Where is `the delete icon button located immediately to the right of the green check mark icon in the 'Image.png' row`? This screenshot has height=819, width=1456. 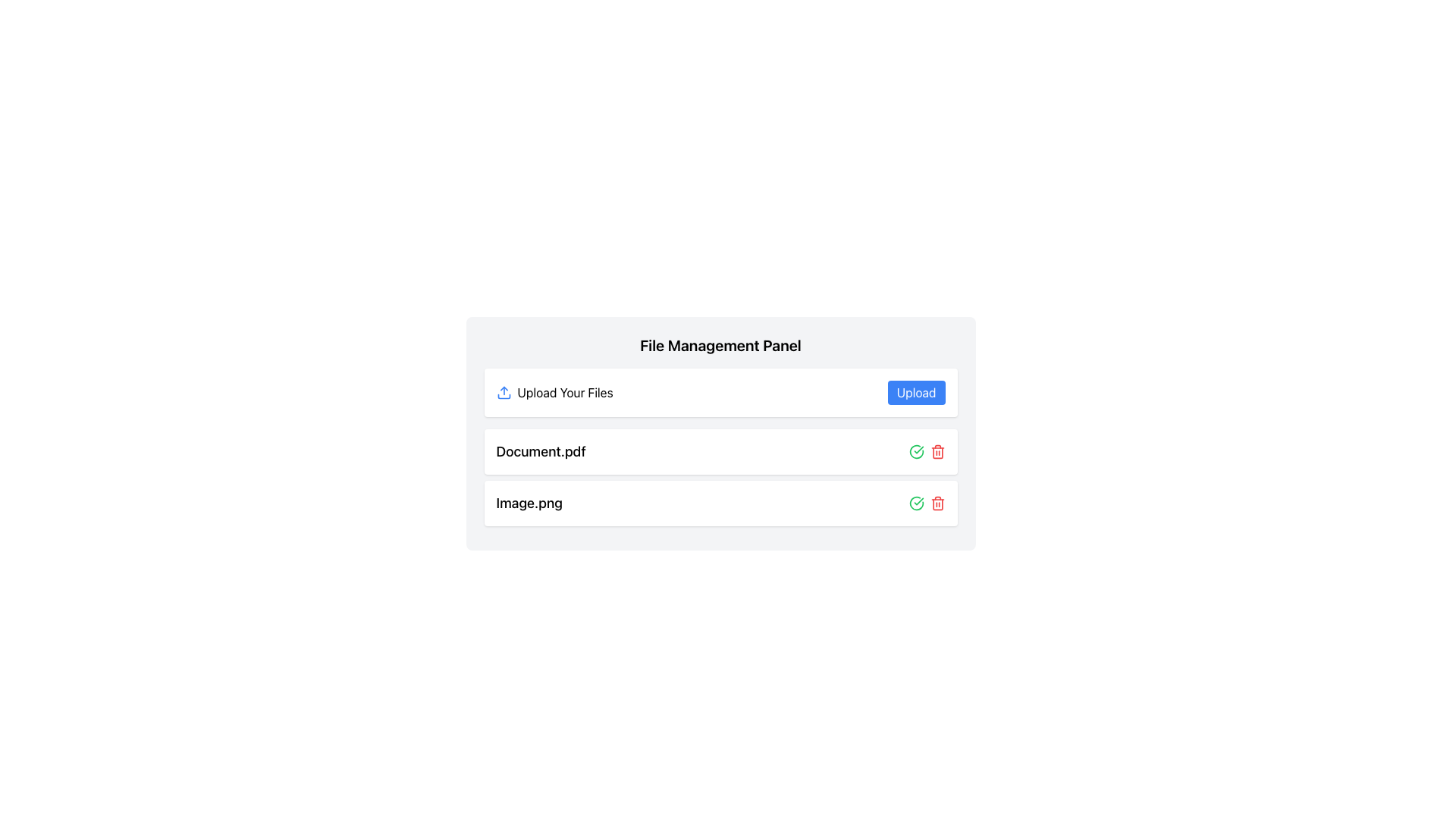
the delete icon button located immediately to the right of the green check mark icon in the 'Image.png' row is located at coordinates (937, 503).